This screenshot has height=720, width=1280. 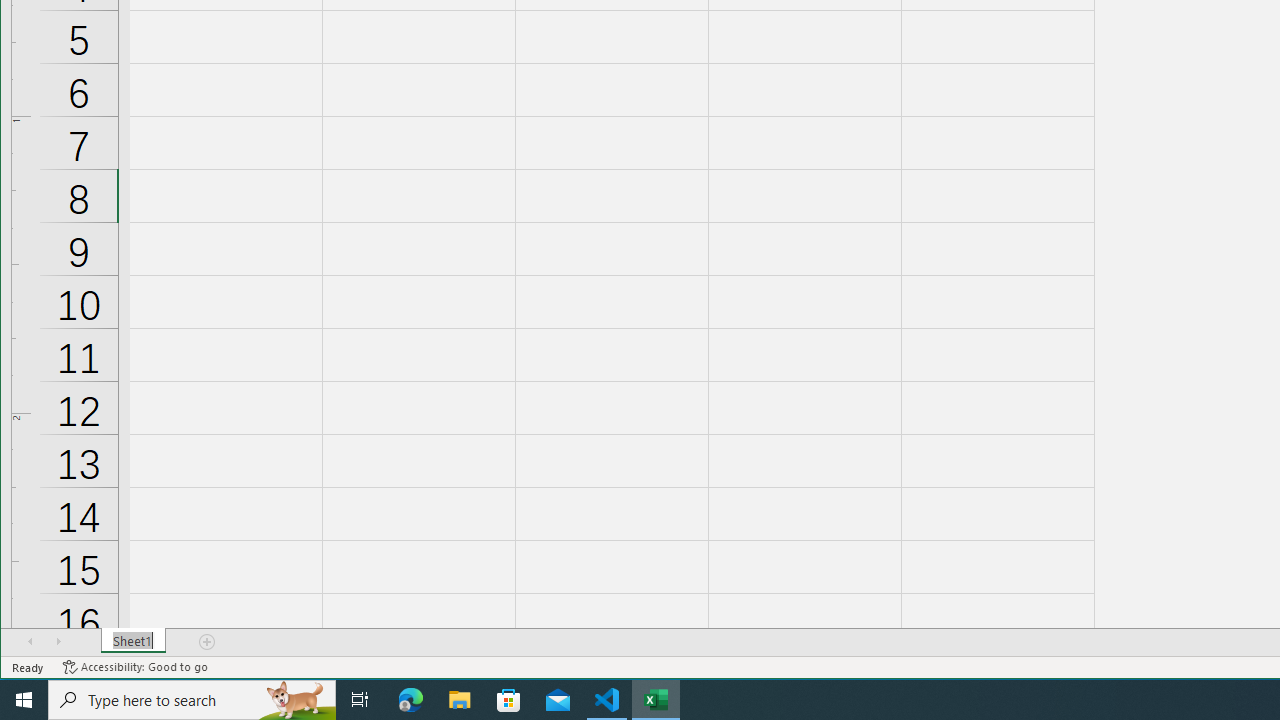 What do you see at coordinates (58, 641) in the screenshot?
I see `'Scroll Right'` at bounding box center [58, 641].